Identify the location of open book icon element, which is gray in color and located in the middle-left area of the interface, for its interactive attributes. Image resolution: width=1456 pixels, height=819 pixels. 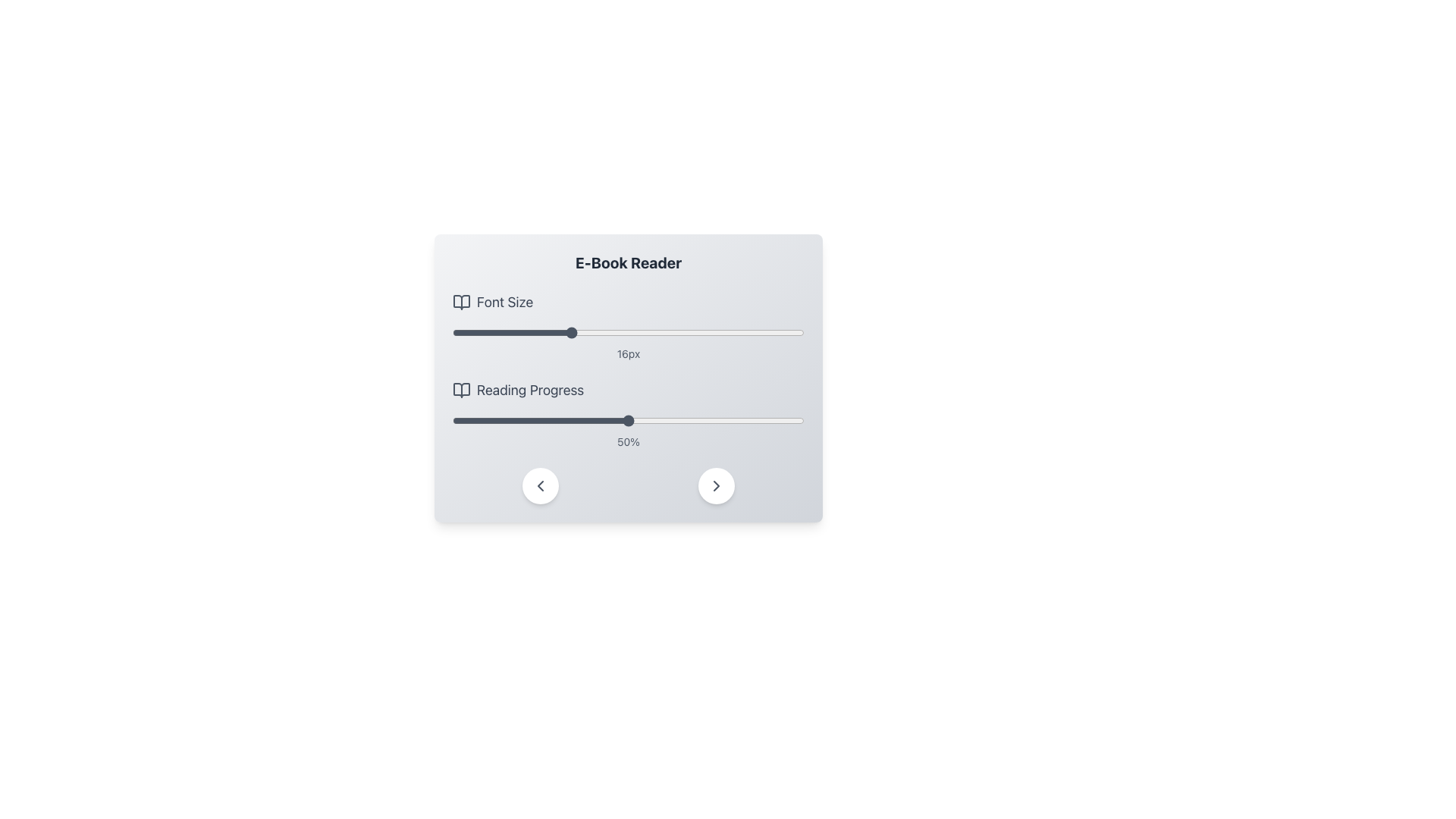
(461, 390).